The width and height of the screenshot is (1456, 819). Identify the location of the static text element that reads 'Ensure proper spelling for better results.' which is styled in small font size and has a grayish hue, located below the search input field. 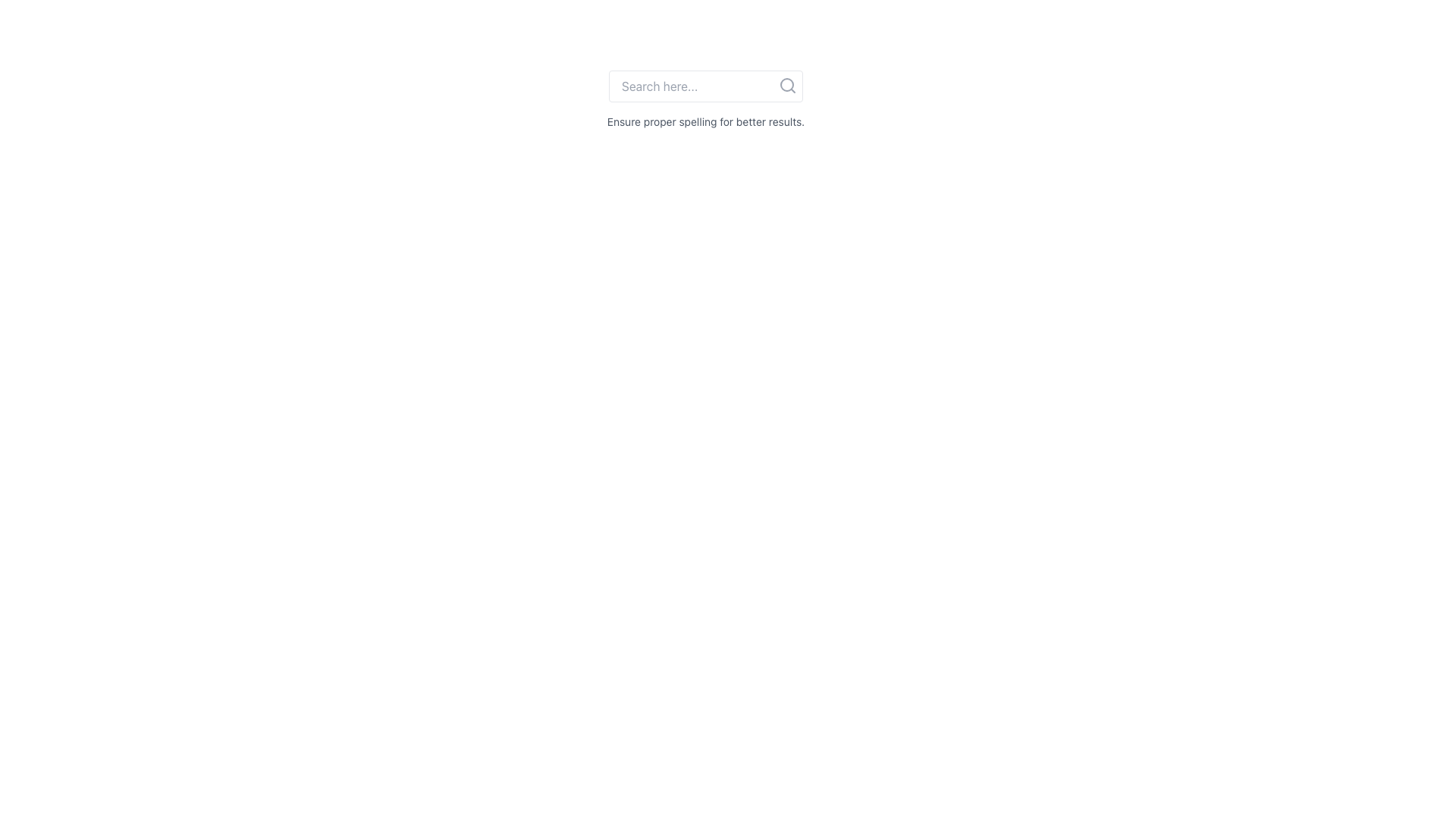
(705, 121).